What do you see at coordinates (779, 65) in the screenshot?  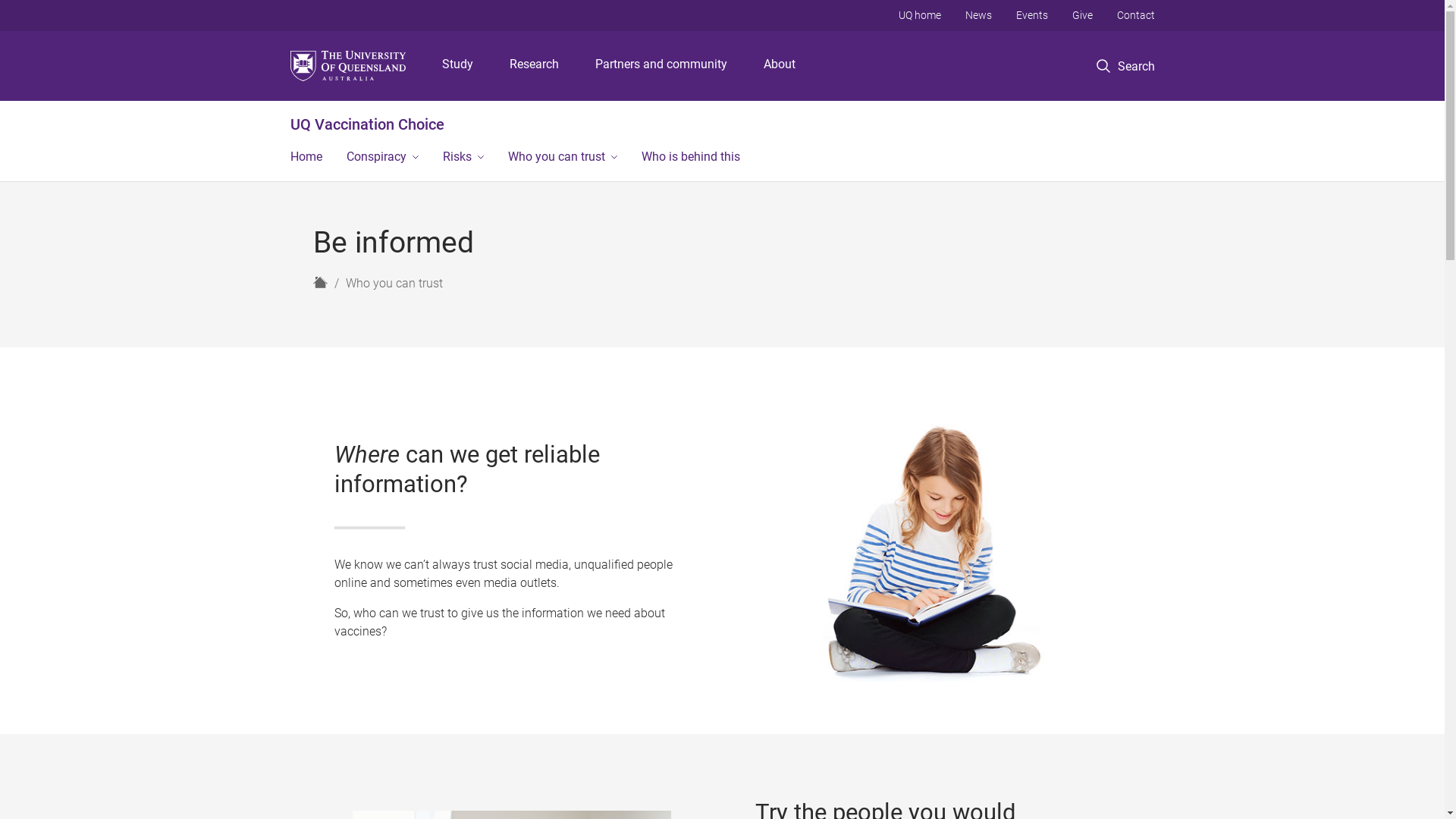 I see `'About'` at bounding box center [779, 65].